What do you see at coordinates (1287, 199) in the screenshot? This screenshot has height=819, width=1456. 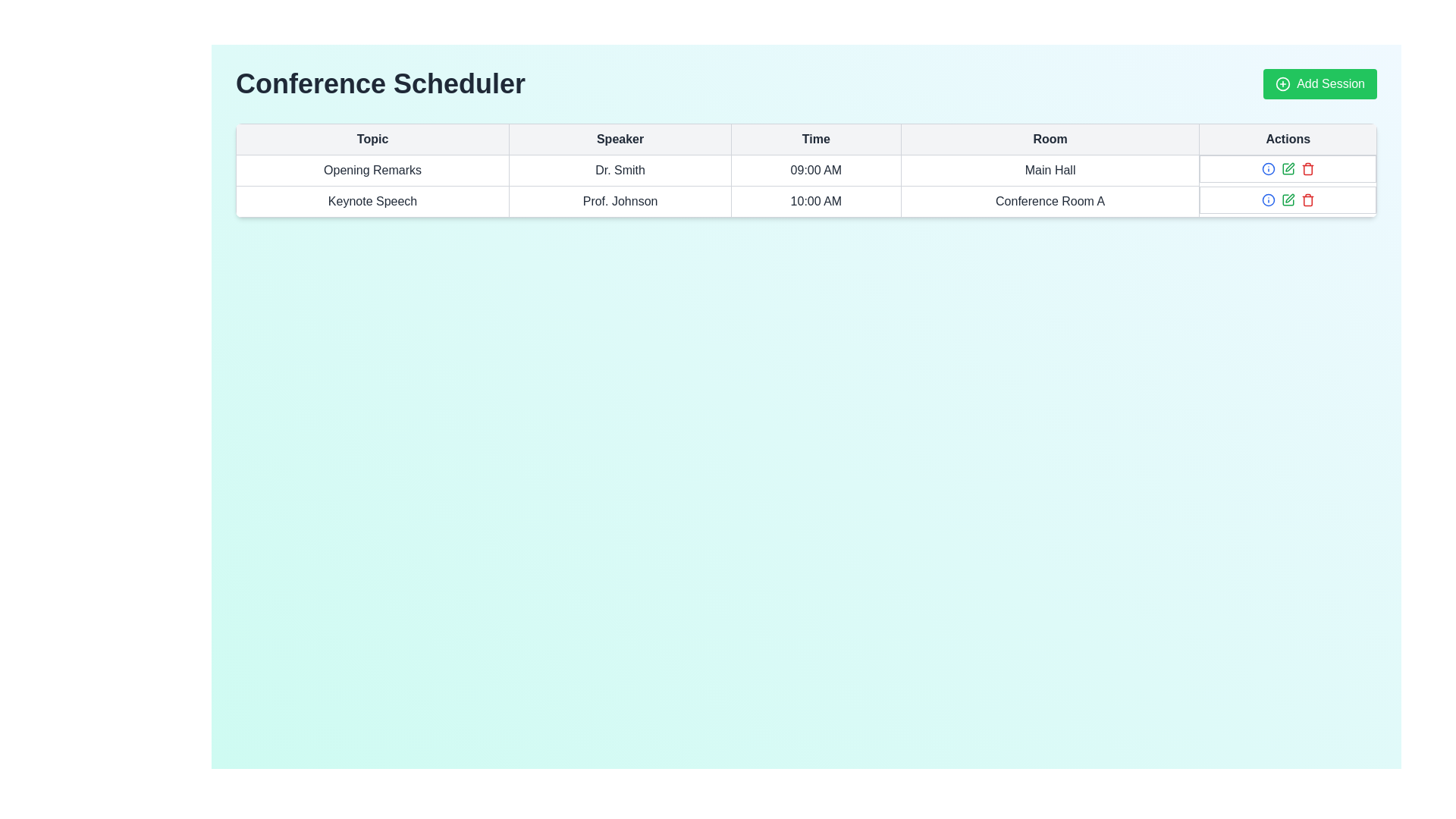 I see `the green icon resembling a pen or pencil in the 'Actions' column of the table for the 'Keynote Speech' entry` at bounding box center [1287, 199].